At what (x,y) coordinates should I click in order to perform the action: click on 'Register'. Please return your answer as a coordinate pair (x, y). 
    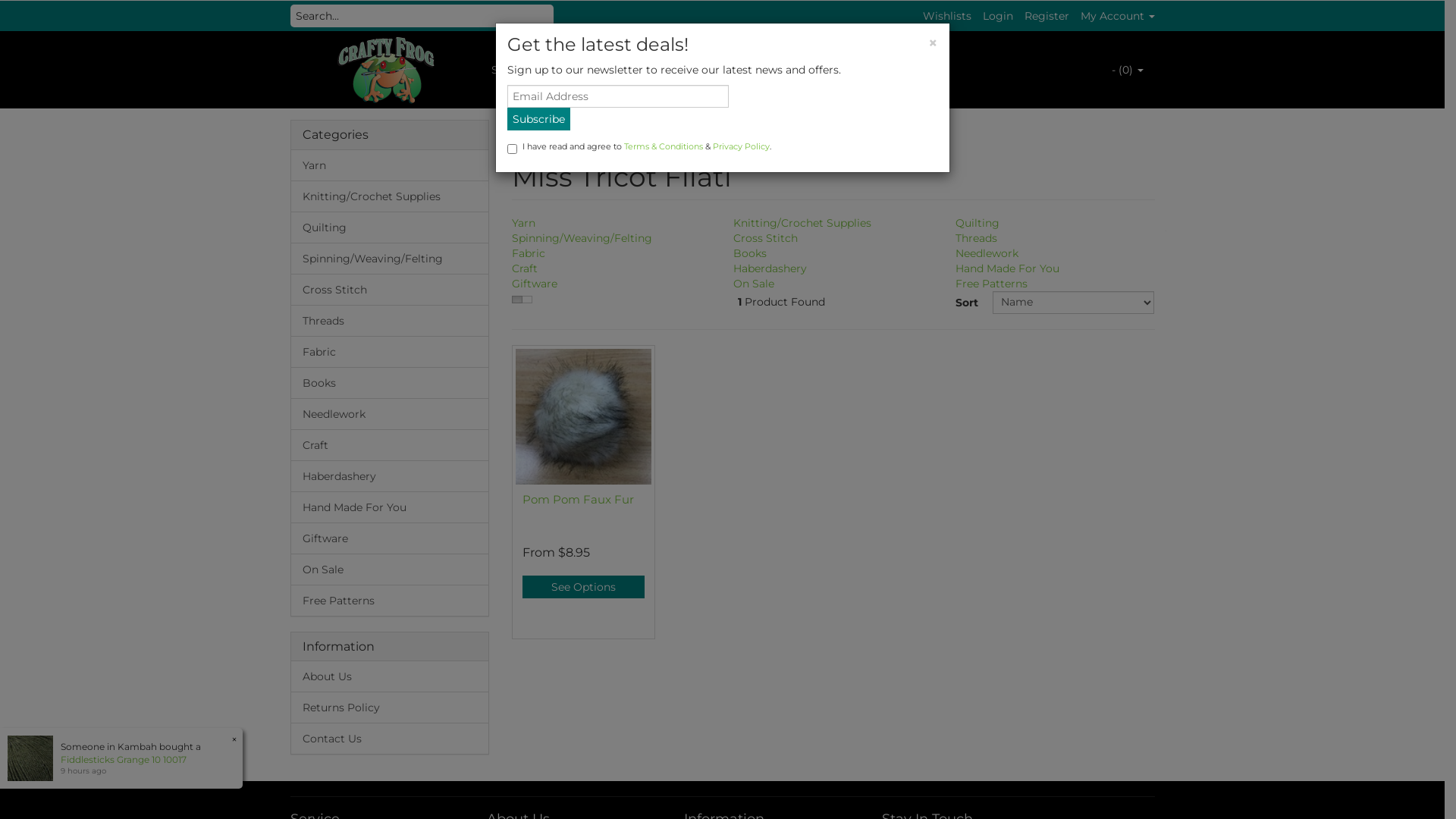
    Looking at the image, I should click on (1045, 15).